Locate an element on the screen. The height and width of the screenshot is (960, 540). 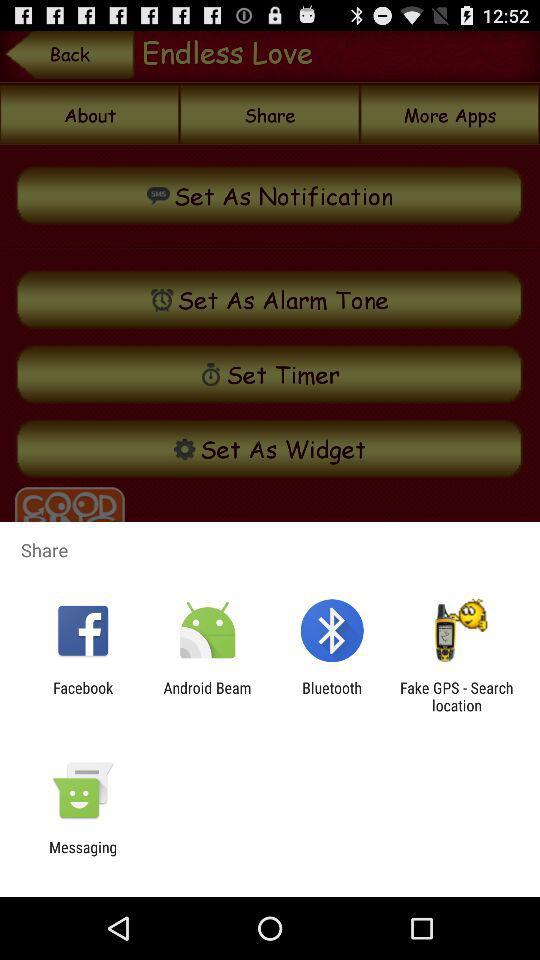
messaging is located at coordinates (82, 855).